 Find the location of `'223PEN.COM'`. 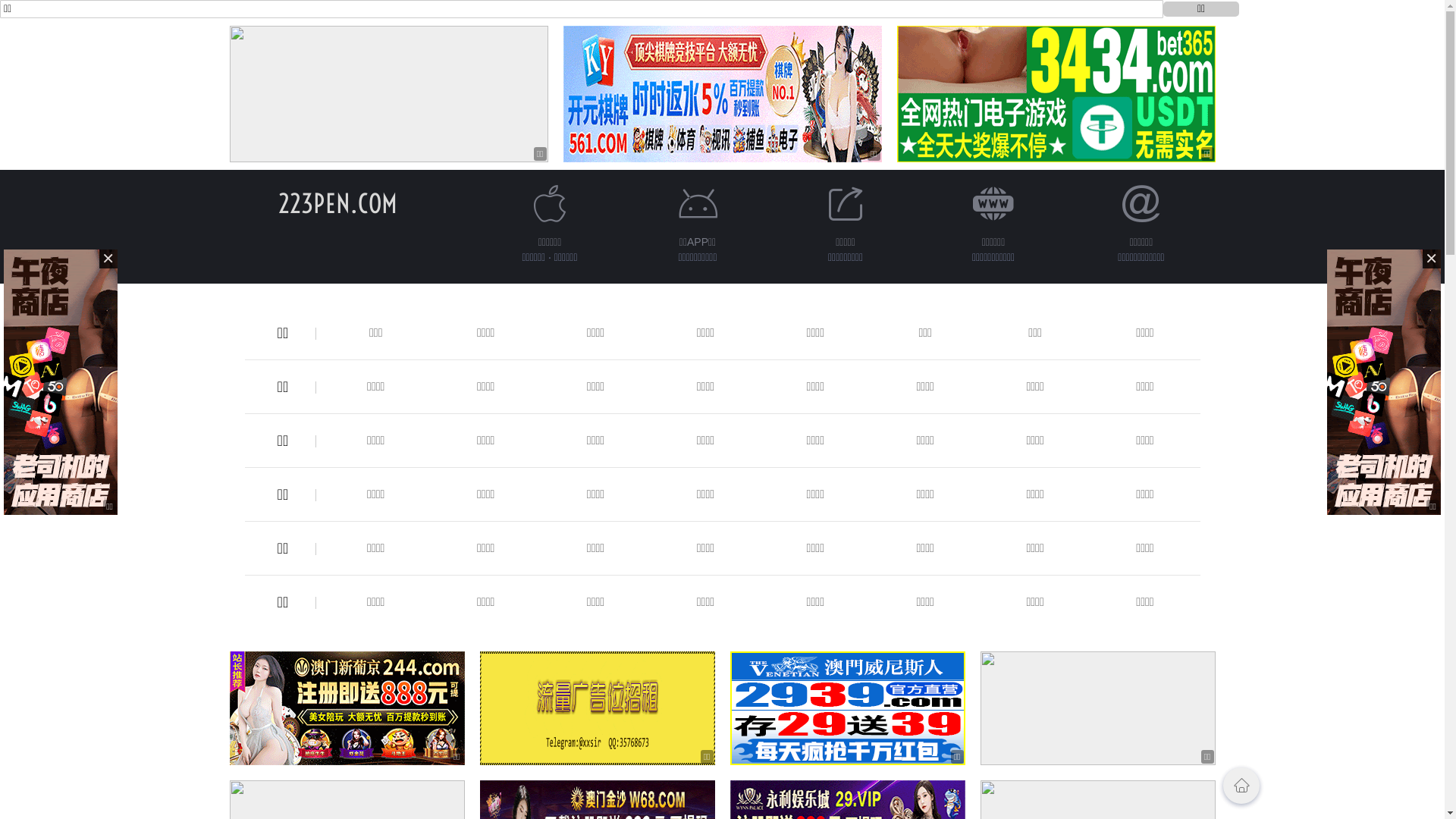

'223PEN.COM' is located at coordinates (337, 202).